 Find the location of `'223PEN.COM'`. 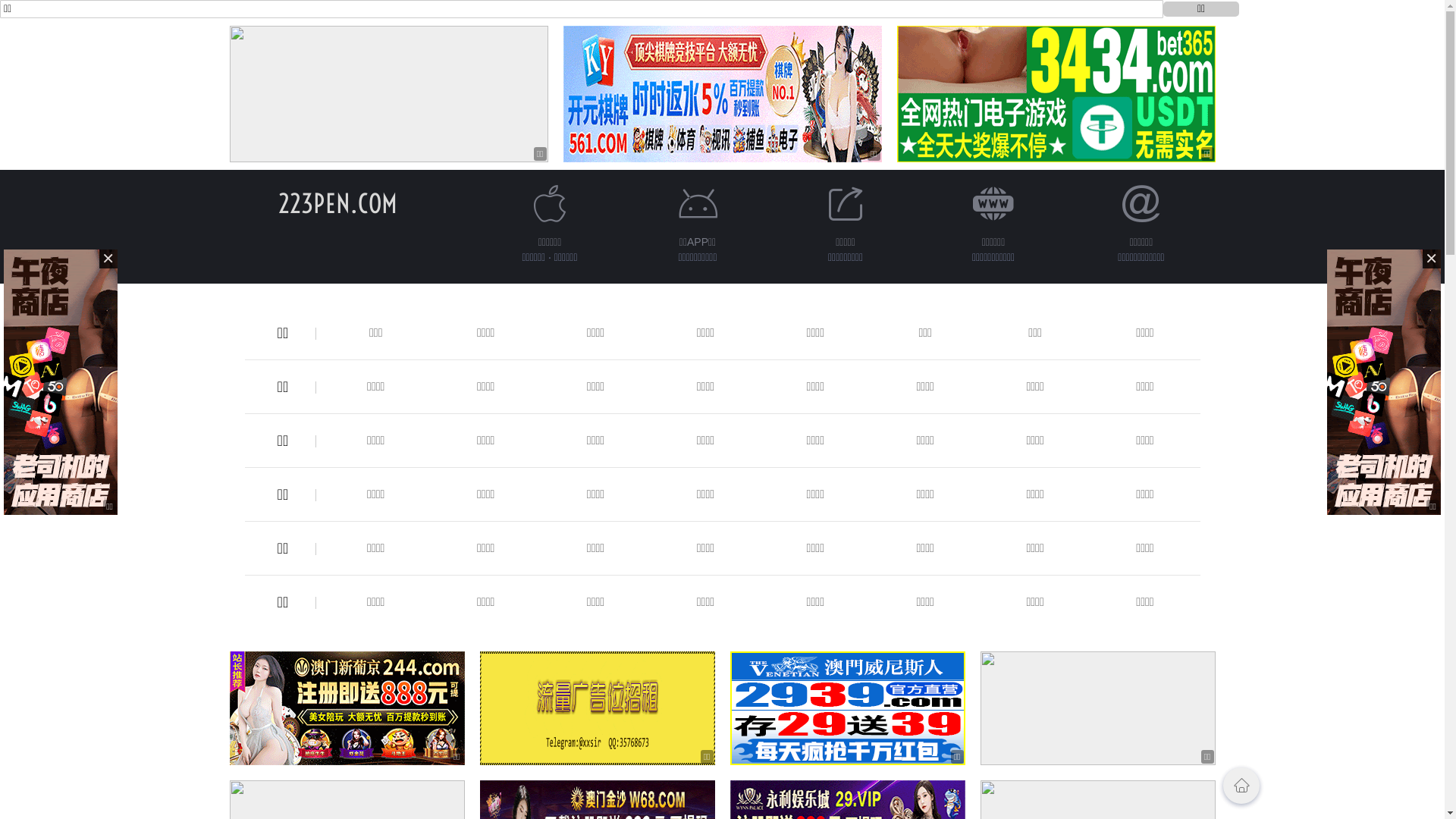

'223PEN.COM' is located at coordinates (337, 202).